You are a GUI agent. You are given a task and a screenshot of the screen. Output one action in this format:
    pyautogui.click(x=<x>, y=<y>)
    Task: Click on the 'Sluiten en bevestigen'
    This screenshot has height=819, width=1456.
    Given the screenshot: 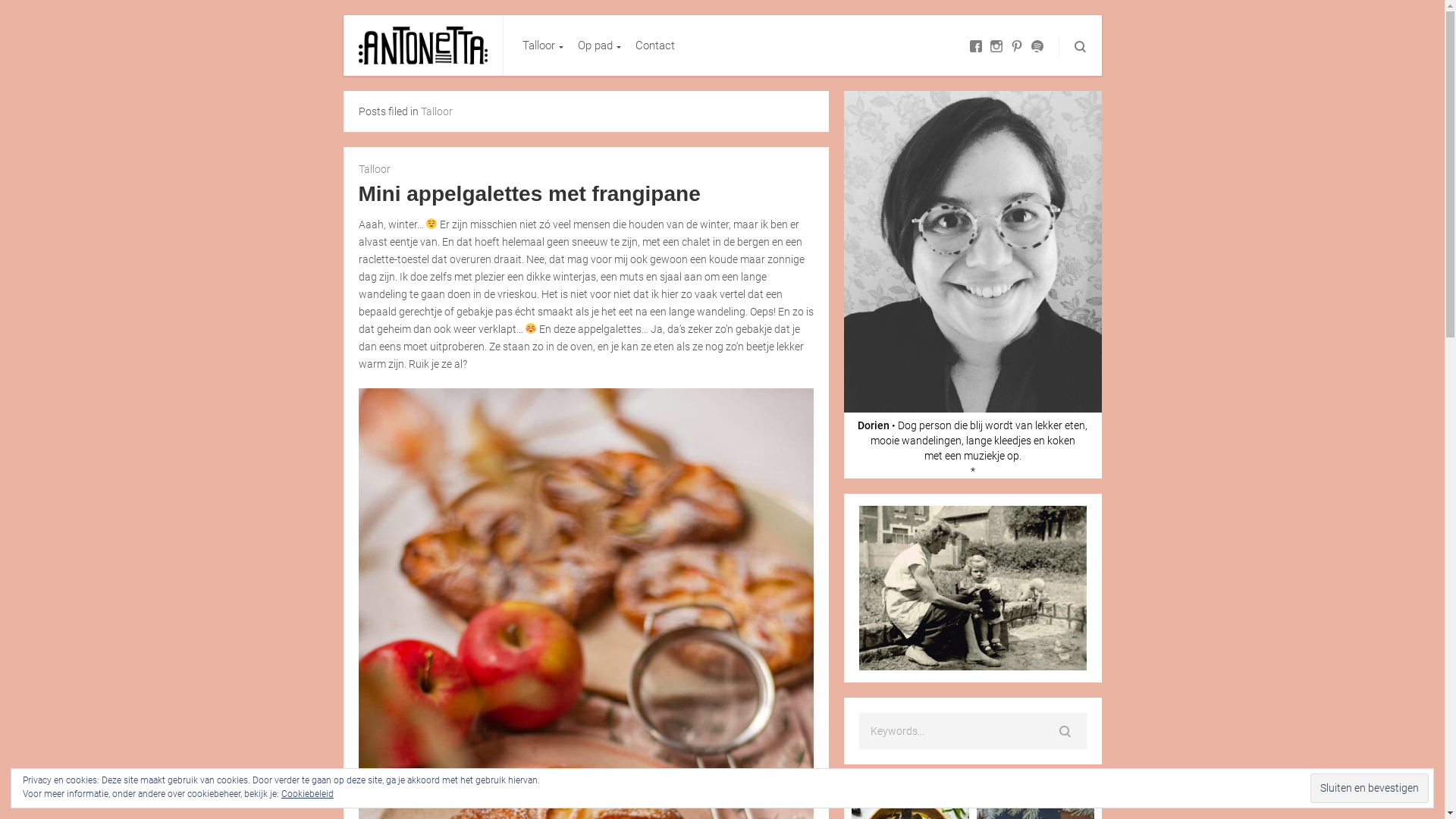 What is the action you would take?
    pyautogui.click(x=1369, y=787)
    